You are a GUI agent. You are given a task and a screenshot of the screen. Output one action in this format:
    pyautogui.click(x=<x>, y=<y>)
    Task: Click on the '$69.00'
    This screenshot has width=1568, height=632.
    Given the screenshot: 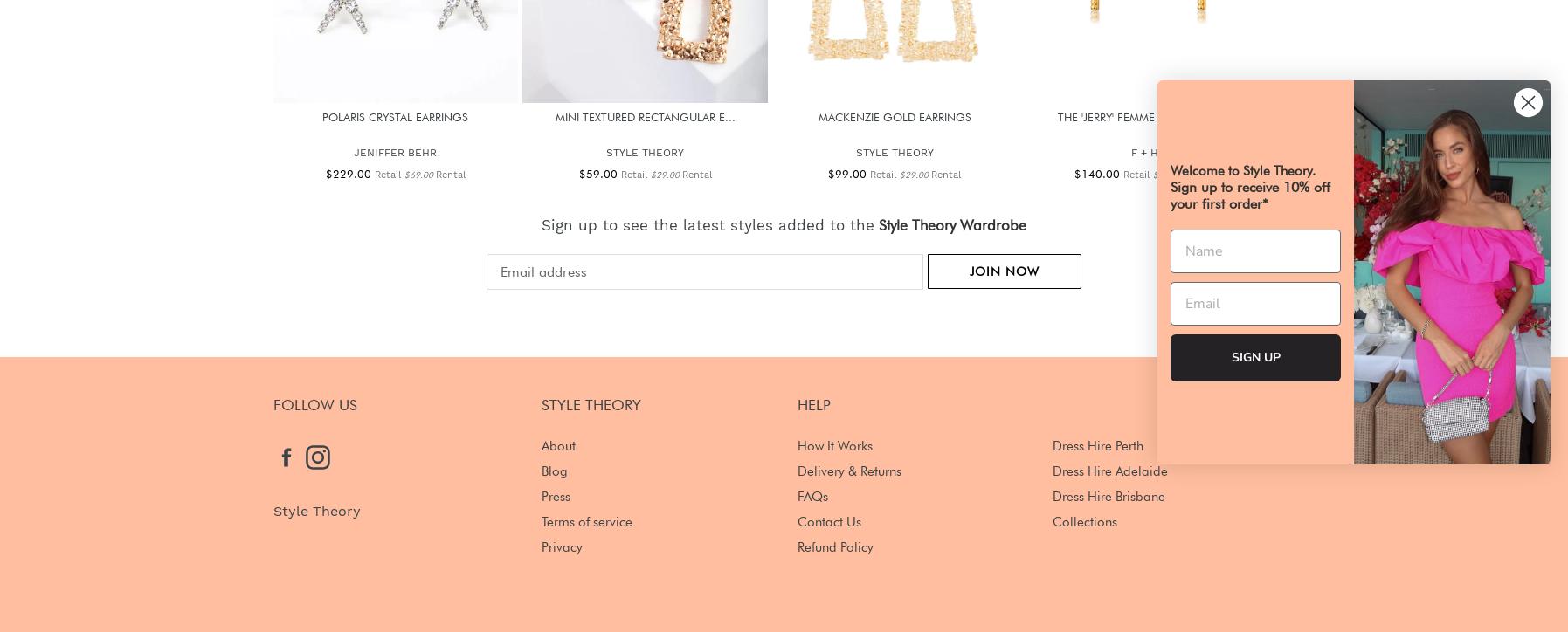 What is the action you would take?
    pyautogui.click(x=418, y=174)
    